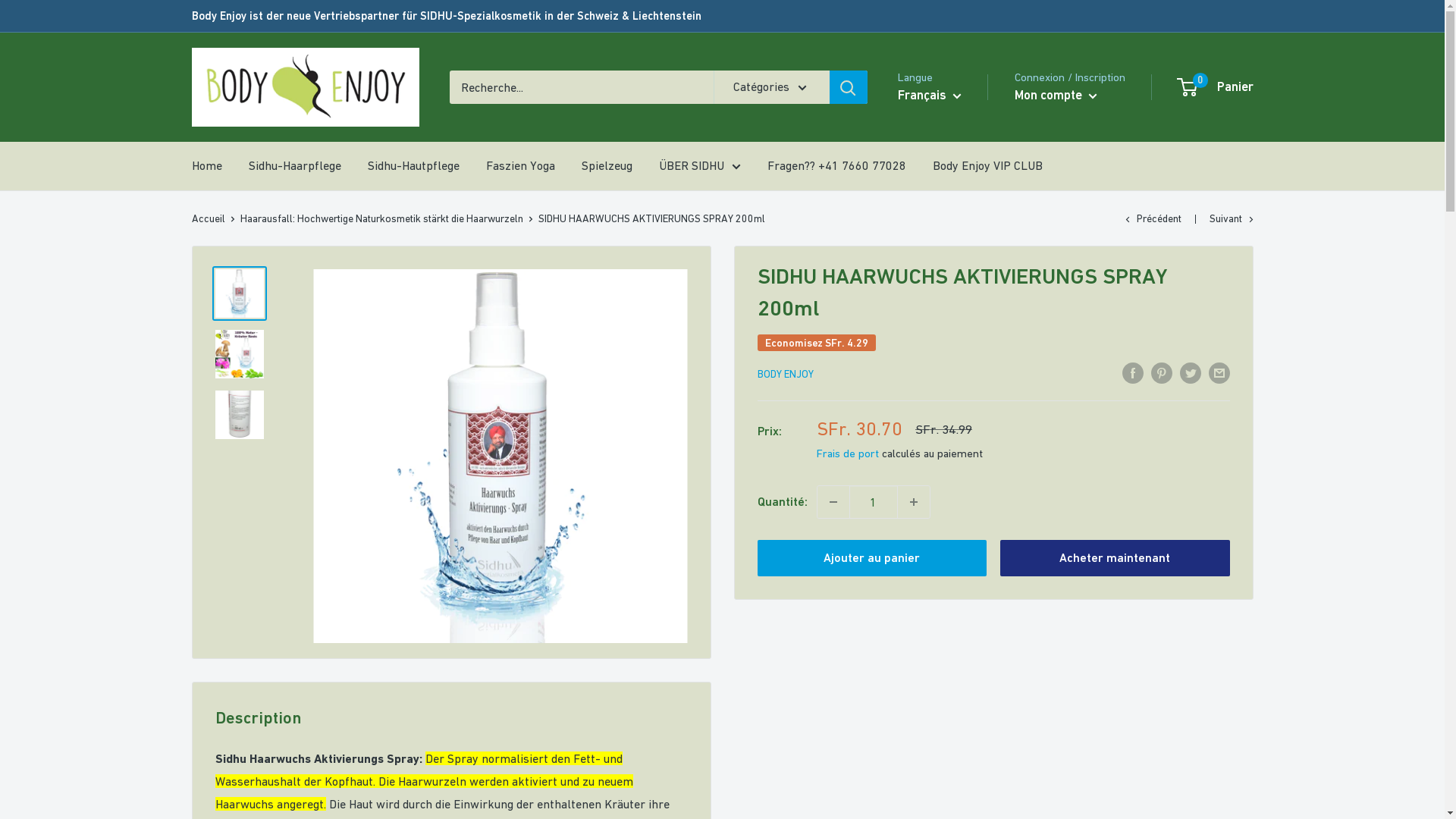  What do you see at coordinates (836, 166) in the screenshot?
I see `'Fragen?? +41 7660 77028'` at bounding box center [836, 166].